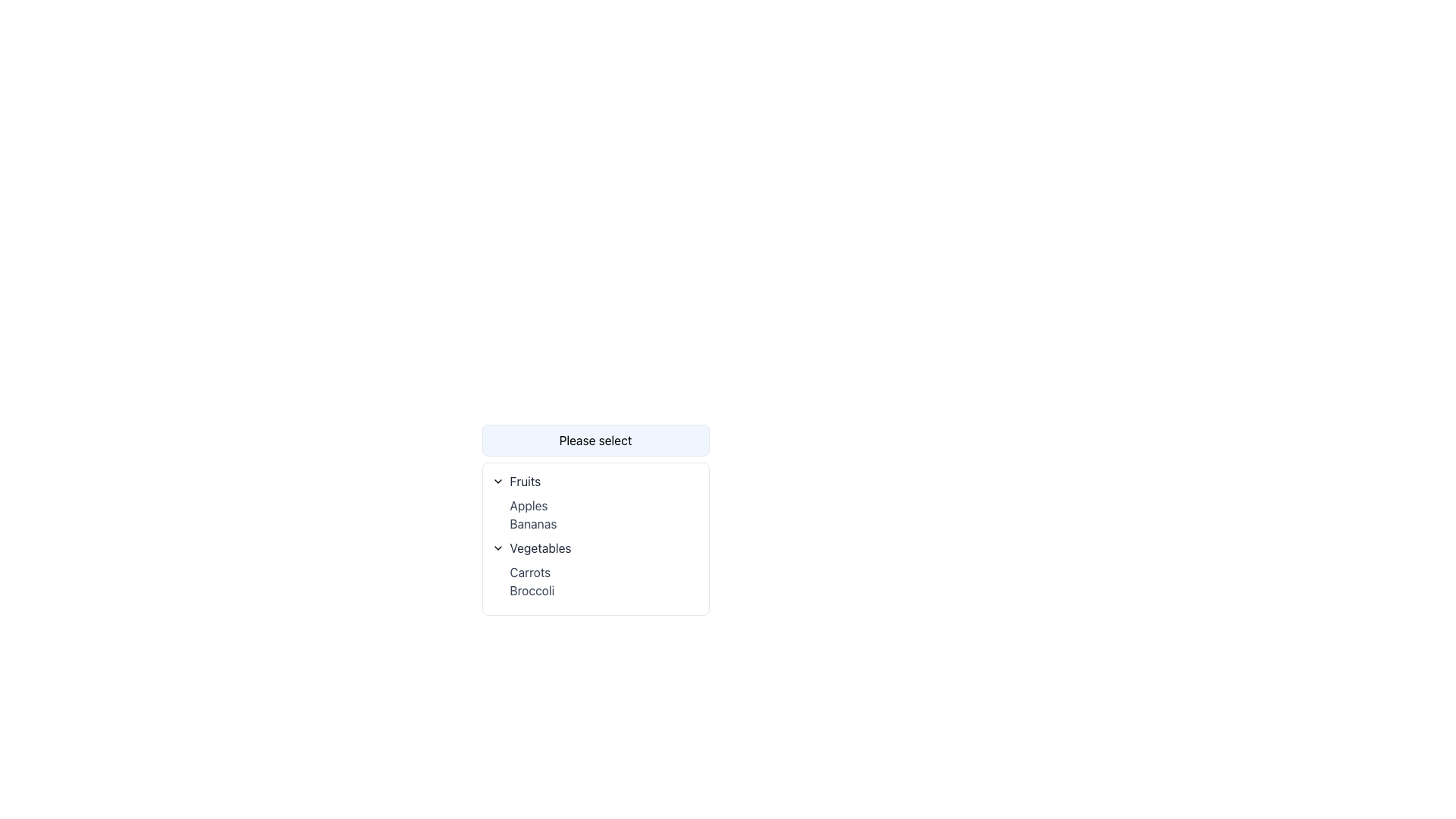 This screenshot has height=819, width=1456. I want to click on the 'Fruits' collapsible section, so click(595, 503).